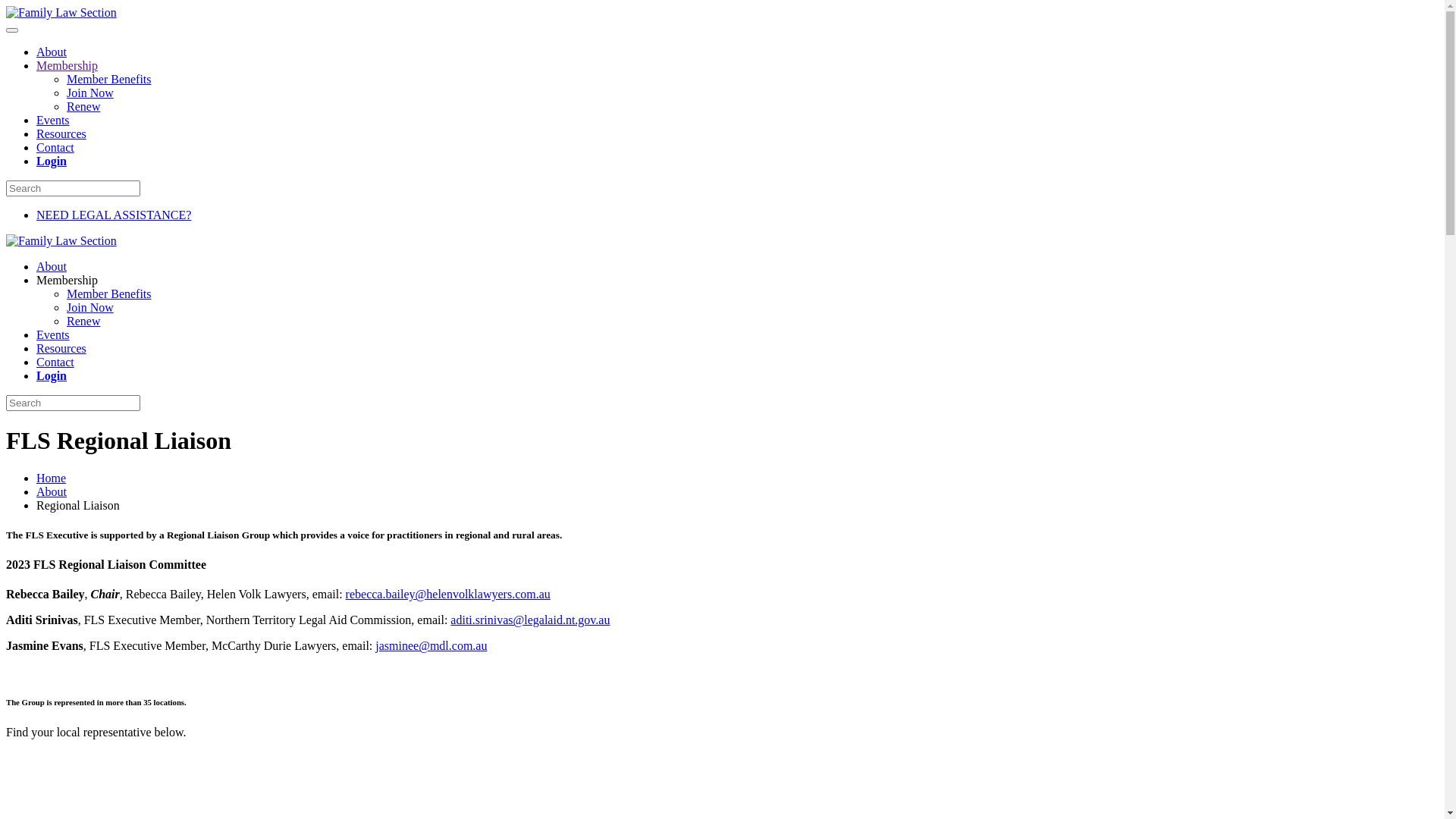  Describe the element at coordinates (55, 362) in the screenshot. I see `'Contact'` at that location.